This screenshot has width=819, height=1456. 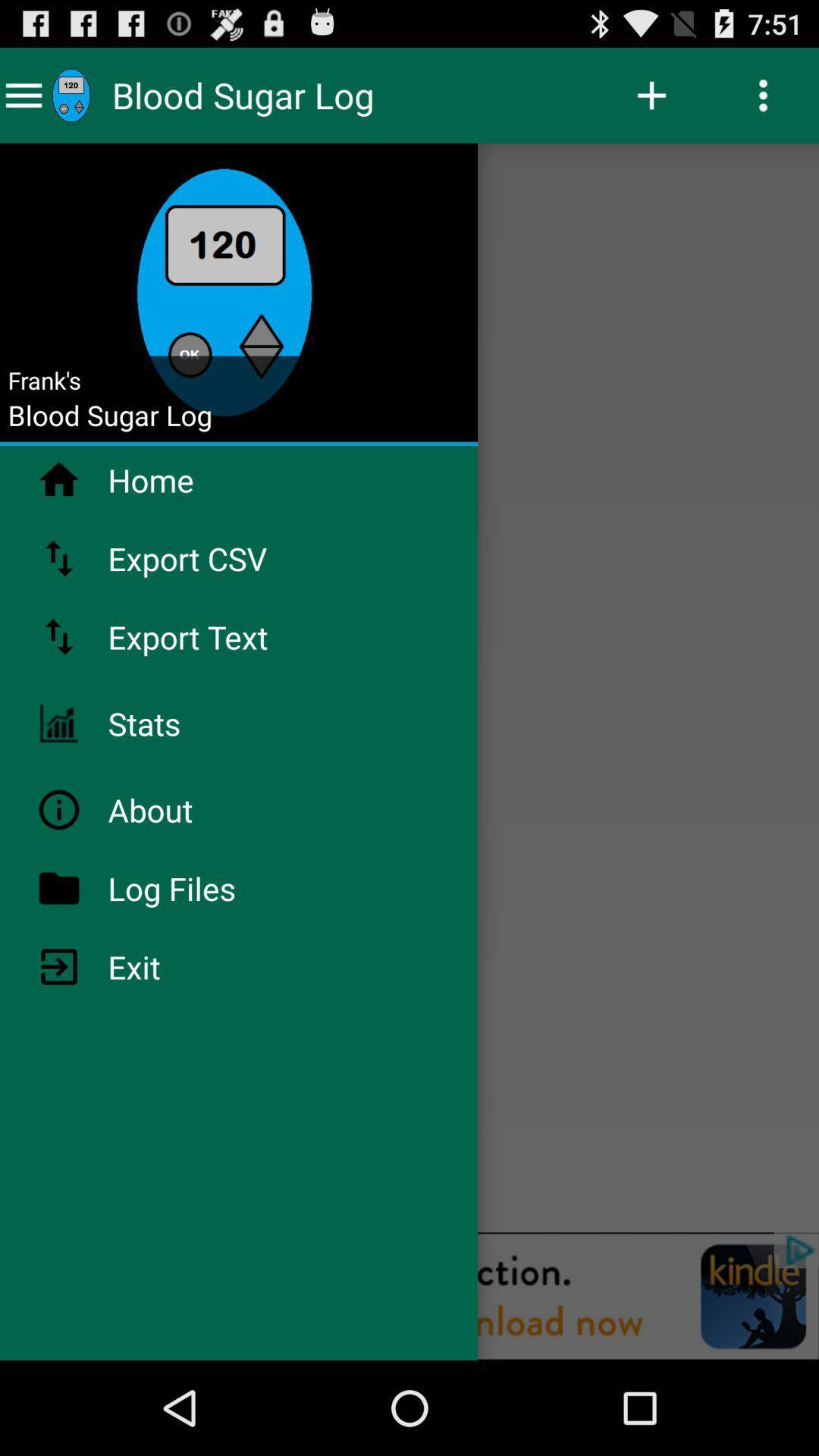 I want to click on export text, so click(x=227, y=637).